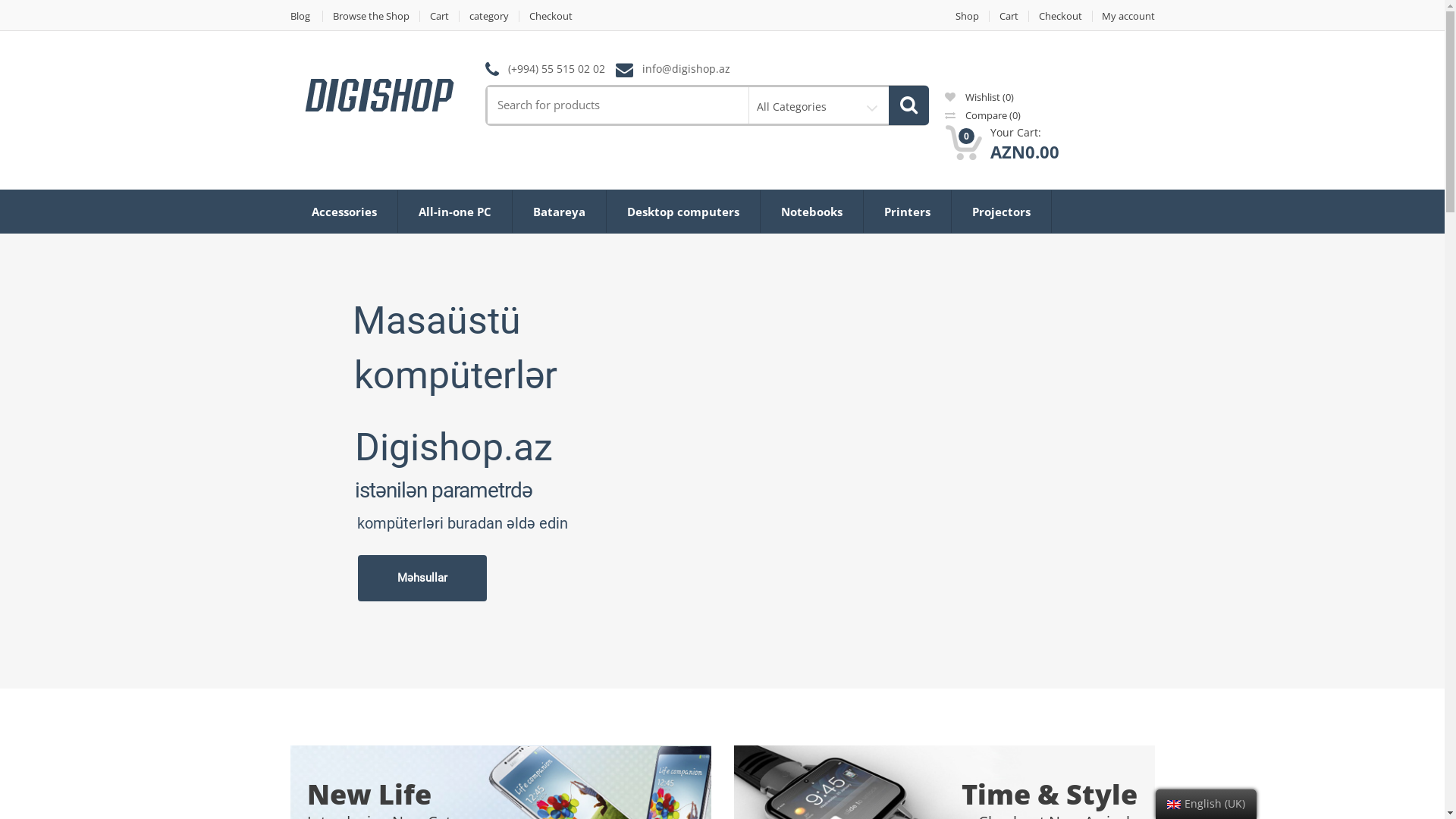  Describe the element at coordinates (549, 16) in the screenshot. I see `'Checkout'` at that location.